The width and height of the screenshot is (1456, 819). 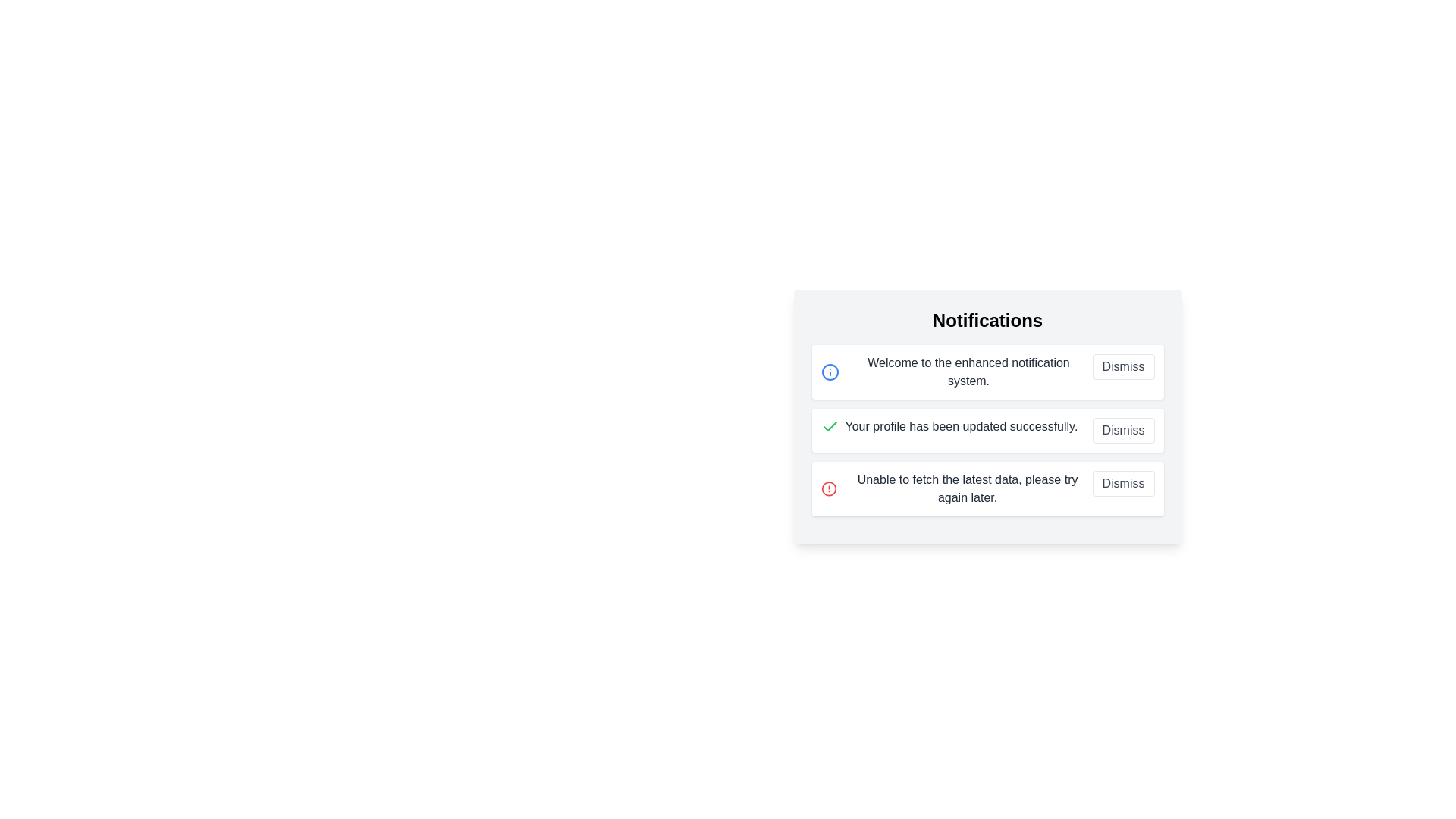 I want to click on the second notification message indicating that the user's profile has been successfully updated, so click(x=949, y=427).